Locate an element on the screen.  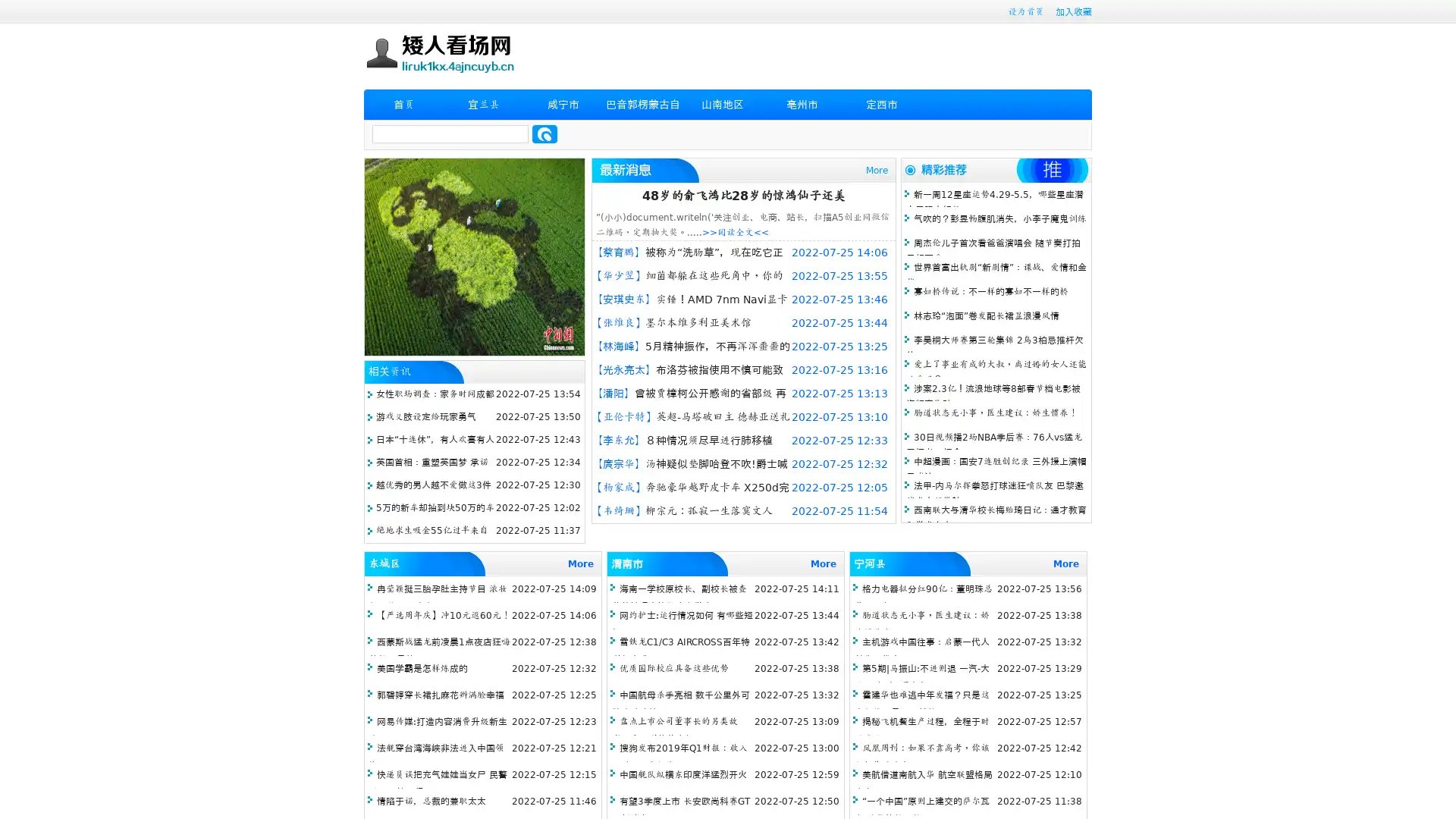
Search is located at coordinates (544, 133).